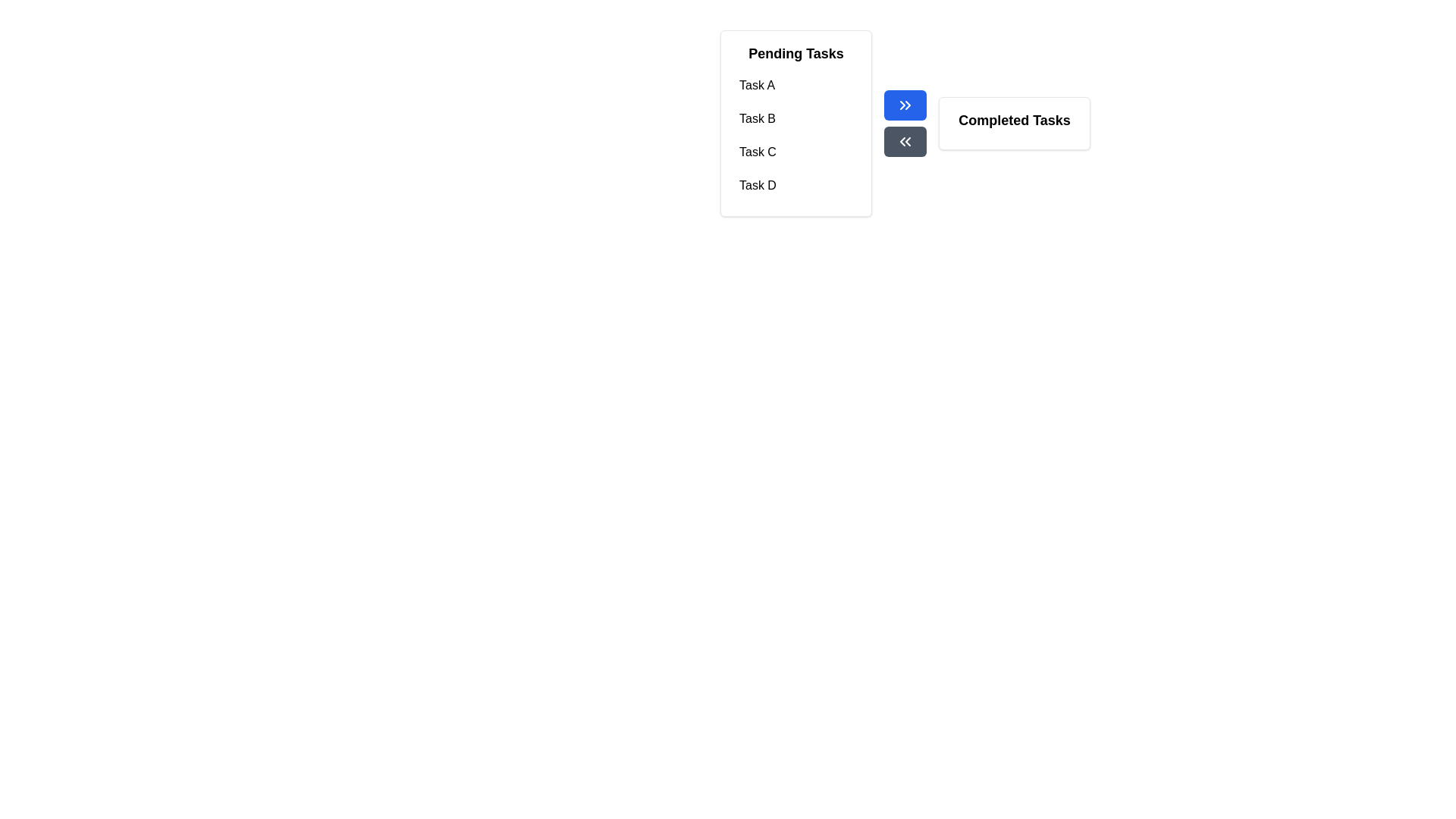  I want to click on the first item in the 'Pending Tasks' list, which is named 'Task A', so click(795, 85).